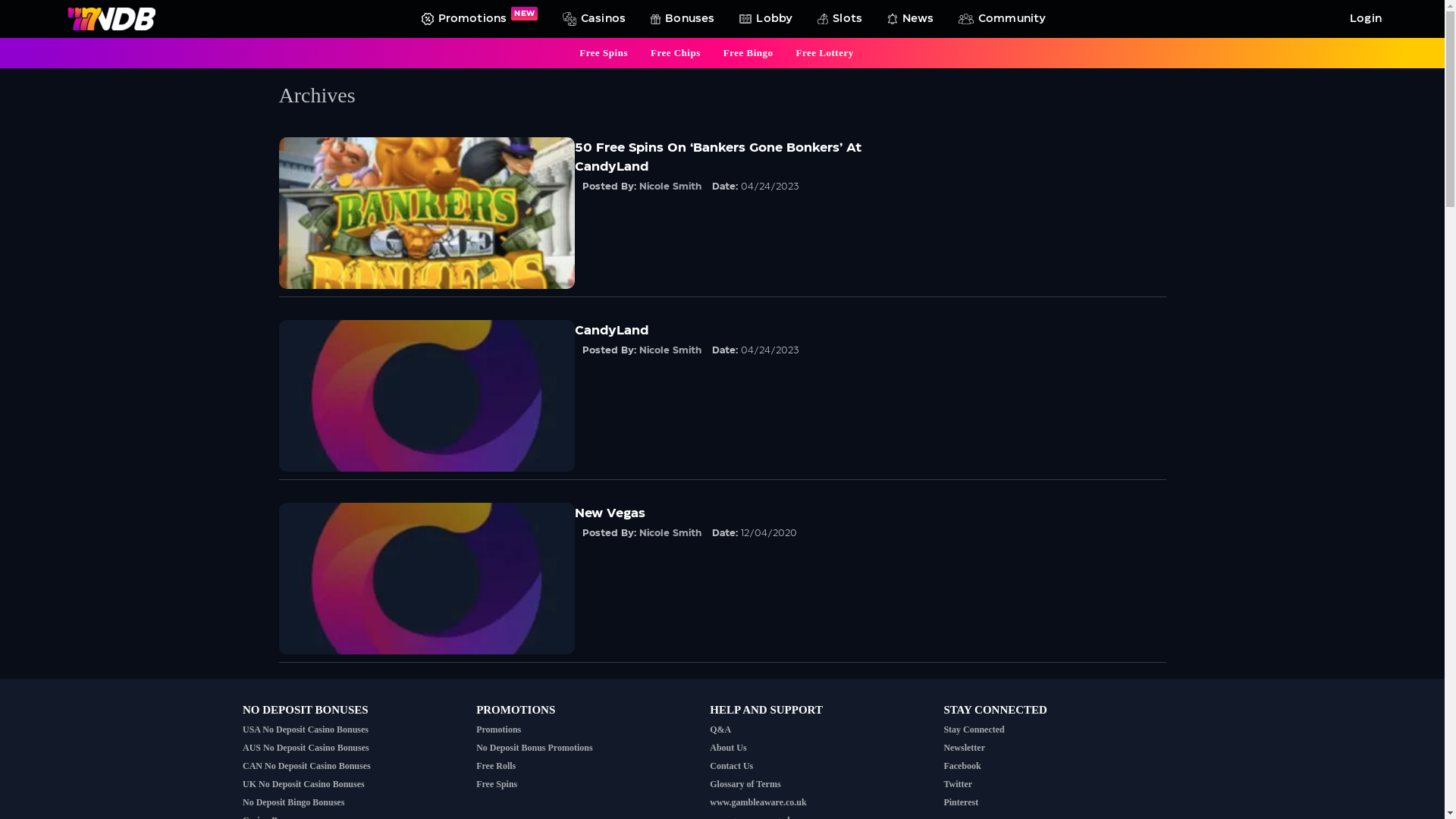 The width and height of the screenshot is (1456, 819). Describe the element at coordinates (728, 747) in the screenshot. I see `'About Us'` at that location.